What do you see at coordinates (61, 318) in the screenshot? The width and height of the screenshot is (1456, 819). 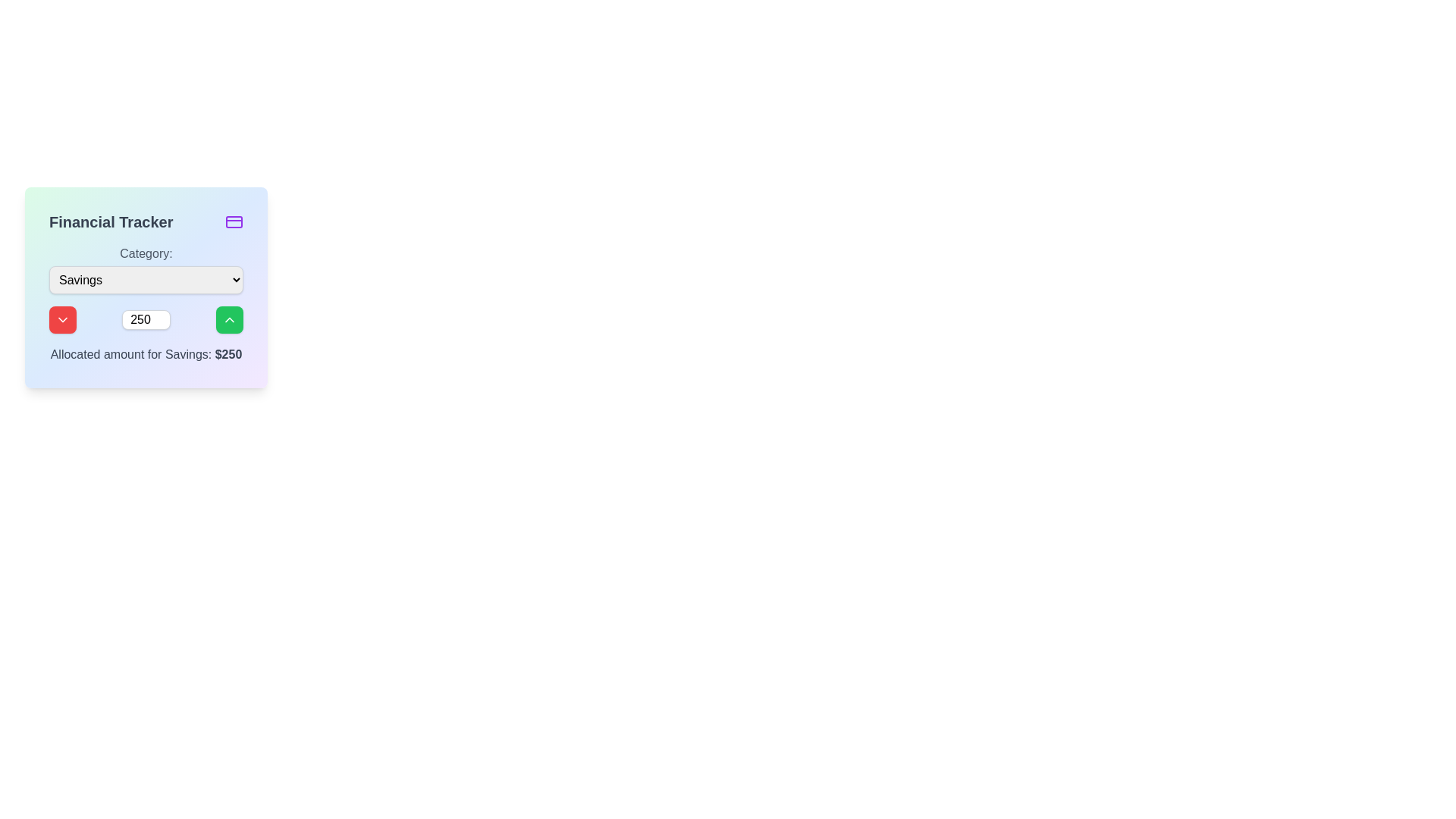 I see `the decrement chevron icon button located in a red circular button to reduce the numeric value displayed in the adjacent input field` at bounding box center [61, 318].